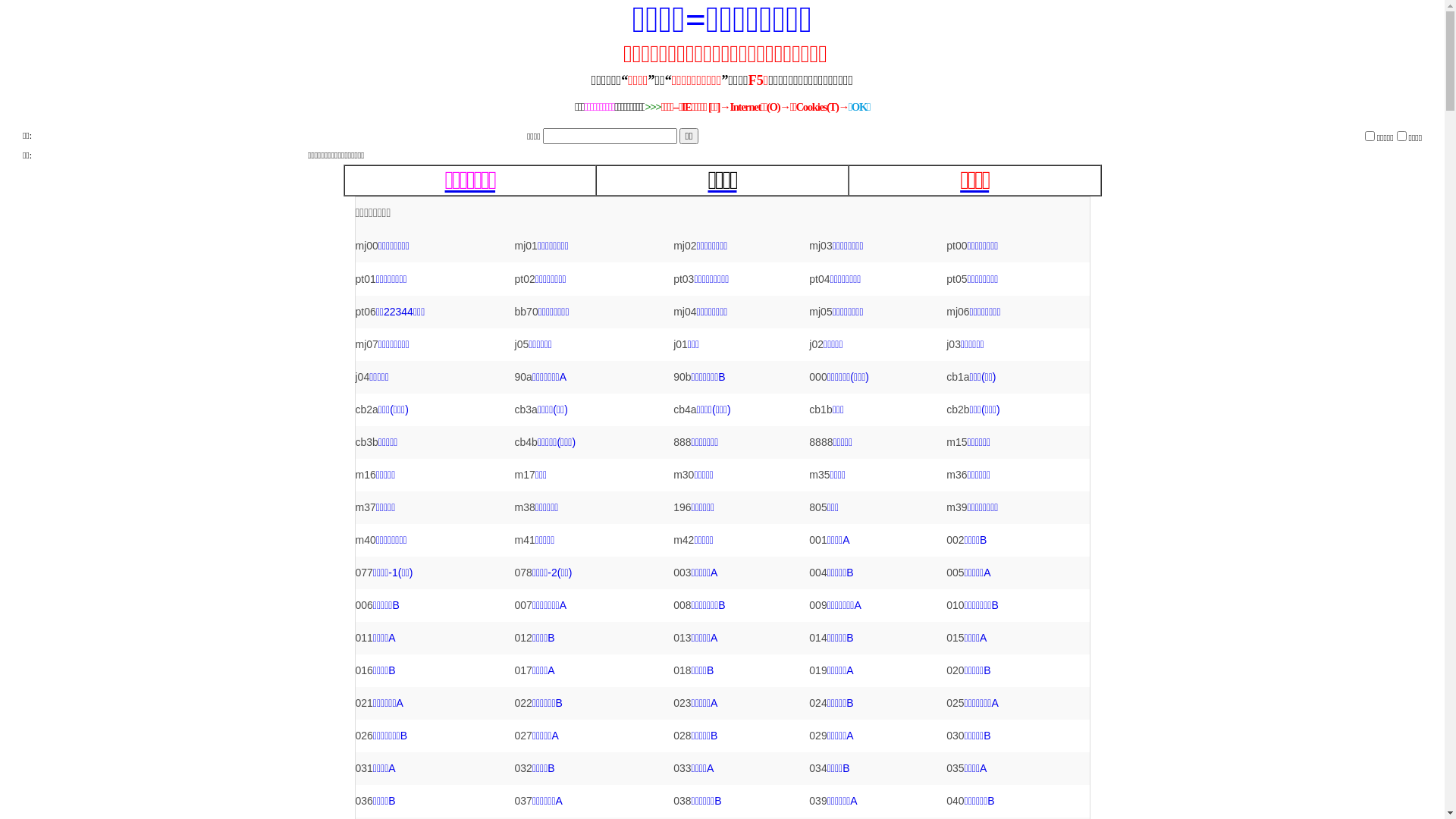 This screenshot has width=1456, height=819. Describe the element at coordinates (818, 473) in the screenshot. I see `'m35'` at that location.